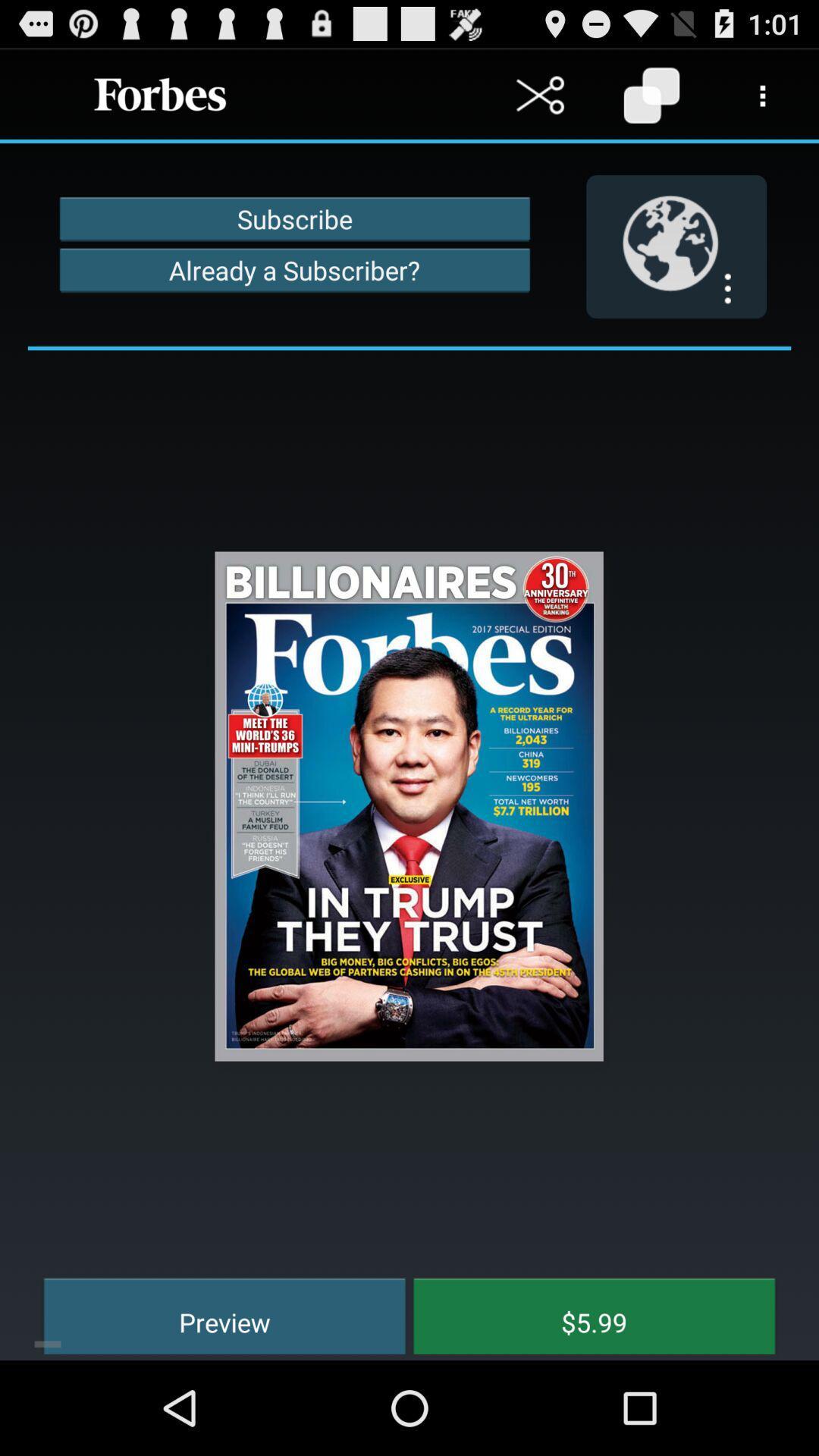 The image size is (819, 1456). Describe the element at coordinates (539, 94) in the screenshot. I see `cut` at that location.